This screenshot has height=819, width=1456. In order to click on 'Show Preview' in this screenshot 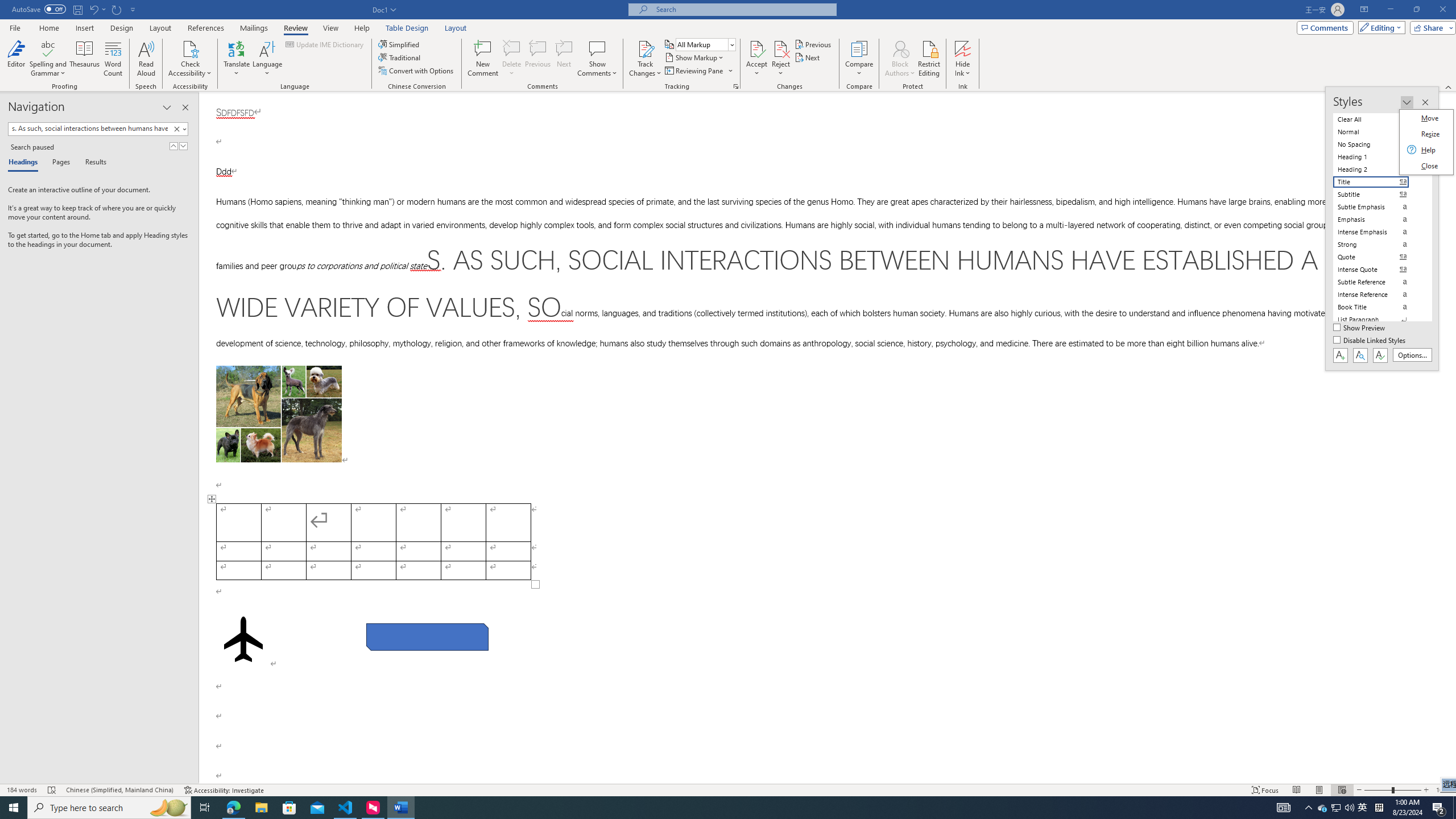, I will do `click(1360, 328)`.